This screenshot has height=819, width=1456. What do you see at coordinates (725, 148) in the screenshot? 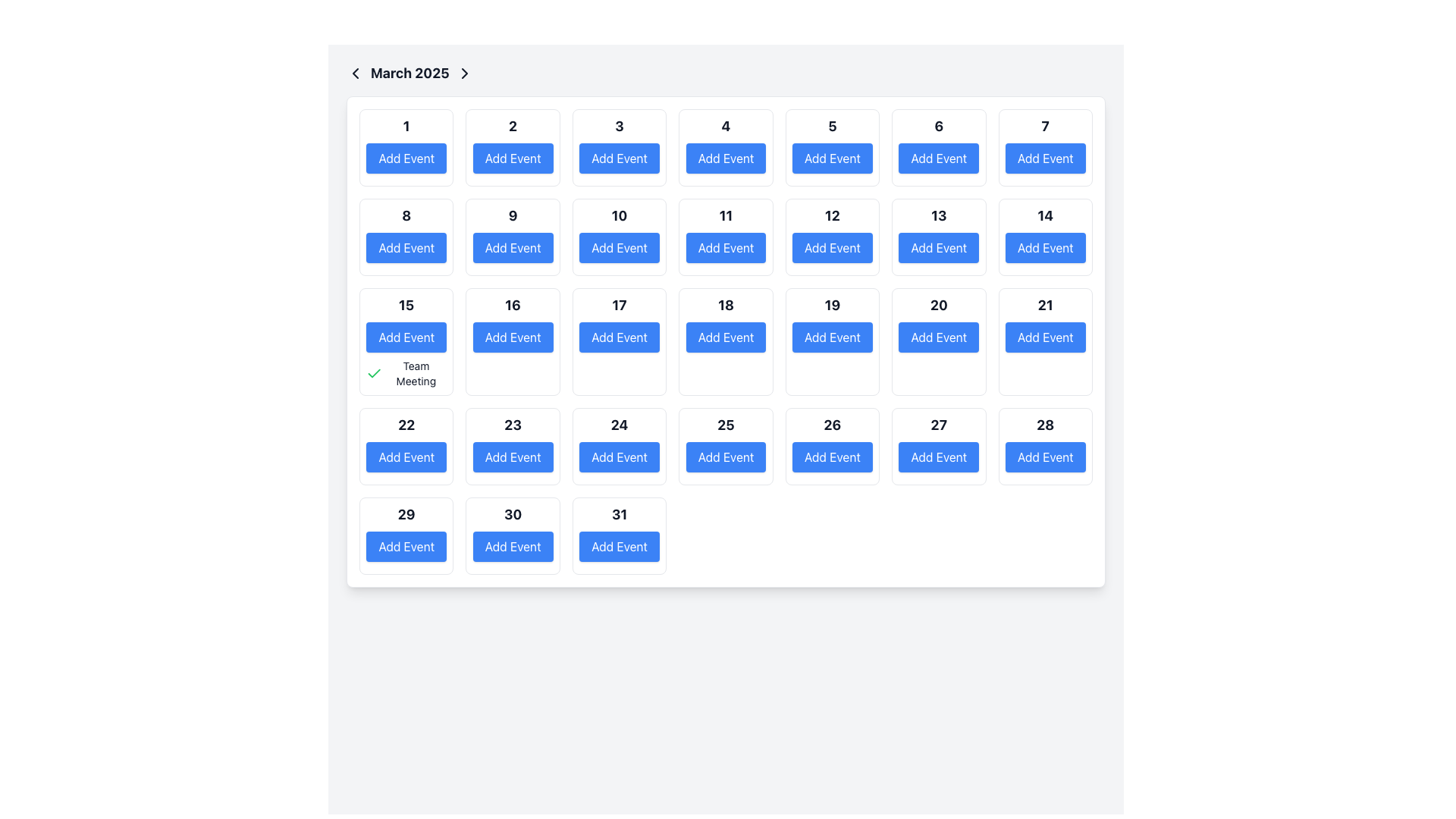
I see `the 'Add Event' button associated with the numeric day '4' in the March 2025 calendar for accessibility actions` at bounding box center [725, 148].